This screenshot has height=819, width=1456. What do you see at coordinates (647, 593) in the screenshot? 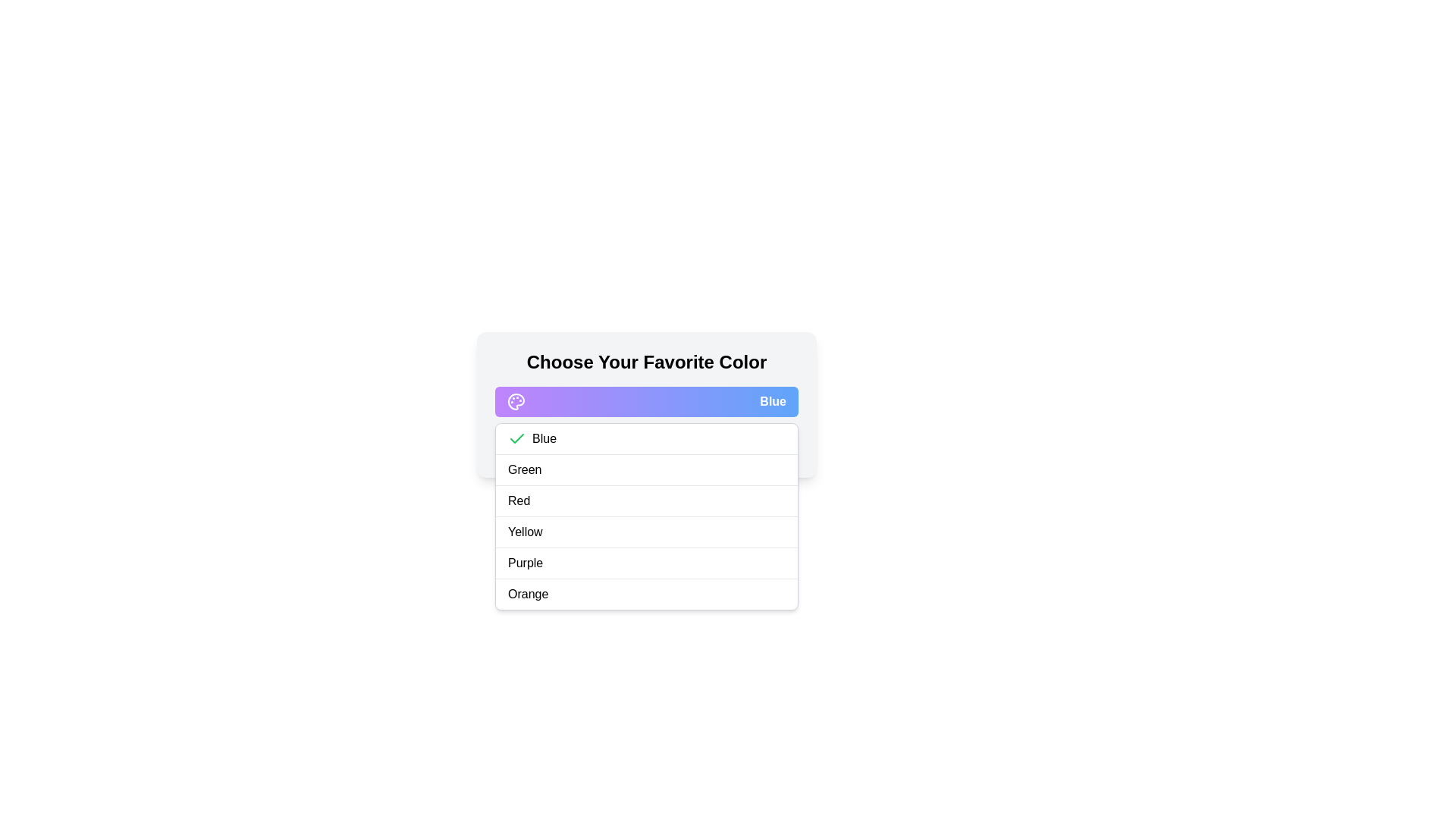
I see `the sixth and final selectable item` at bounding box center [647, 593].